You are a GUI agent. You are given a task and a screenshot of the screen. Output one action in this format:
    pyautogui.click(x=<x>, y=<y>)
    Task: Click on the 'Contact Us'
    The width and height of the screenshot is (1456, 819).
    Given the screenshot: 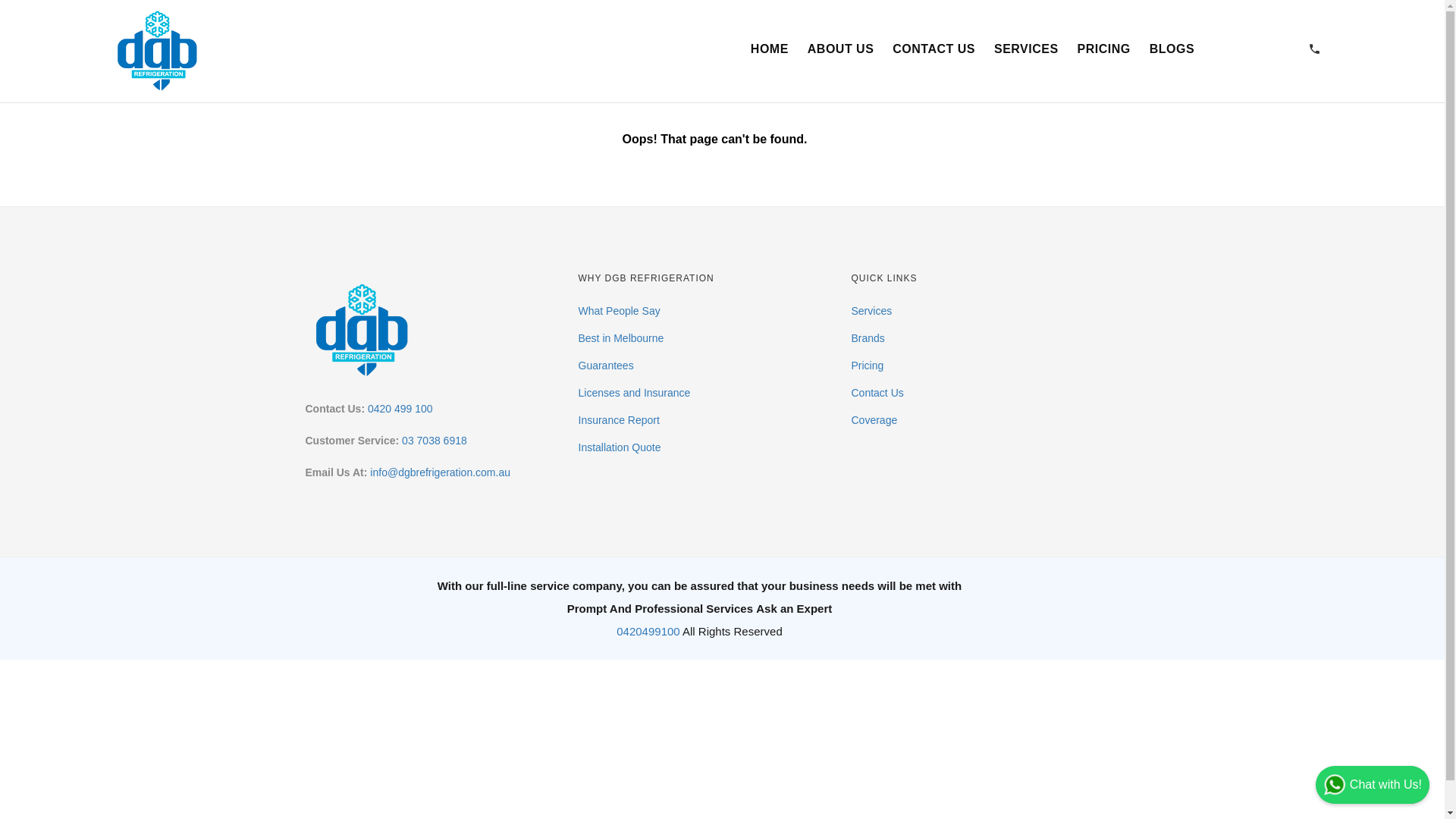 What is the action you would take?
    pyautogui.click(x=877, y=391)
    